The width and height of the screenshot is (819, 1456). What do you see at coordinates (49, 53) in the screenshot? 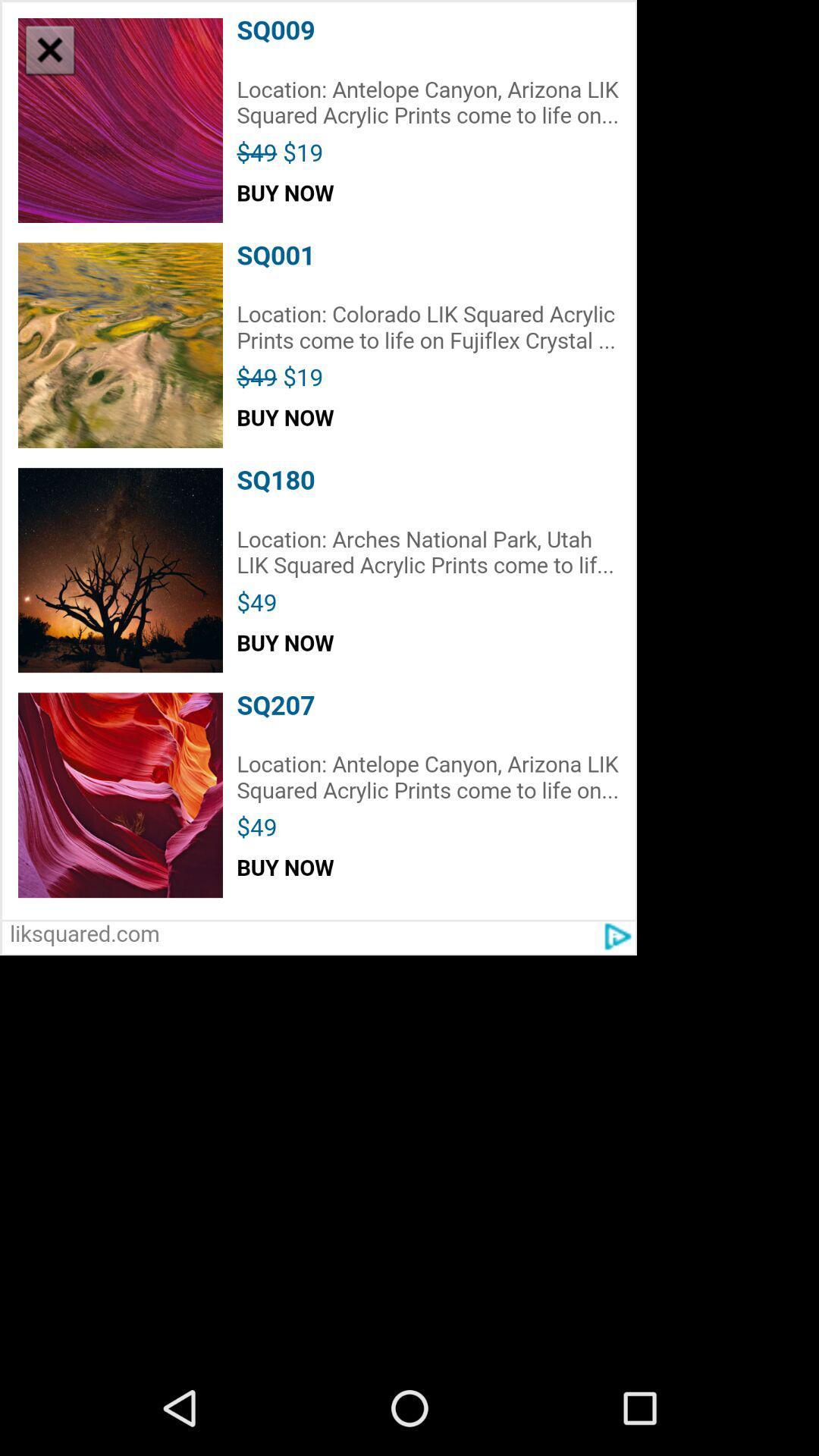
I see `the close icon` at bounding box center [49, 53].